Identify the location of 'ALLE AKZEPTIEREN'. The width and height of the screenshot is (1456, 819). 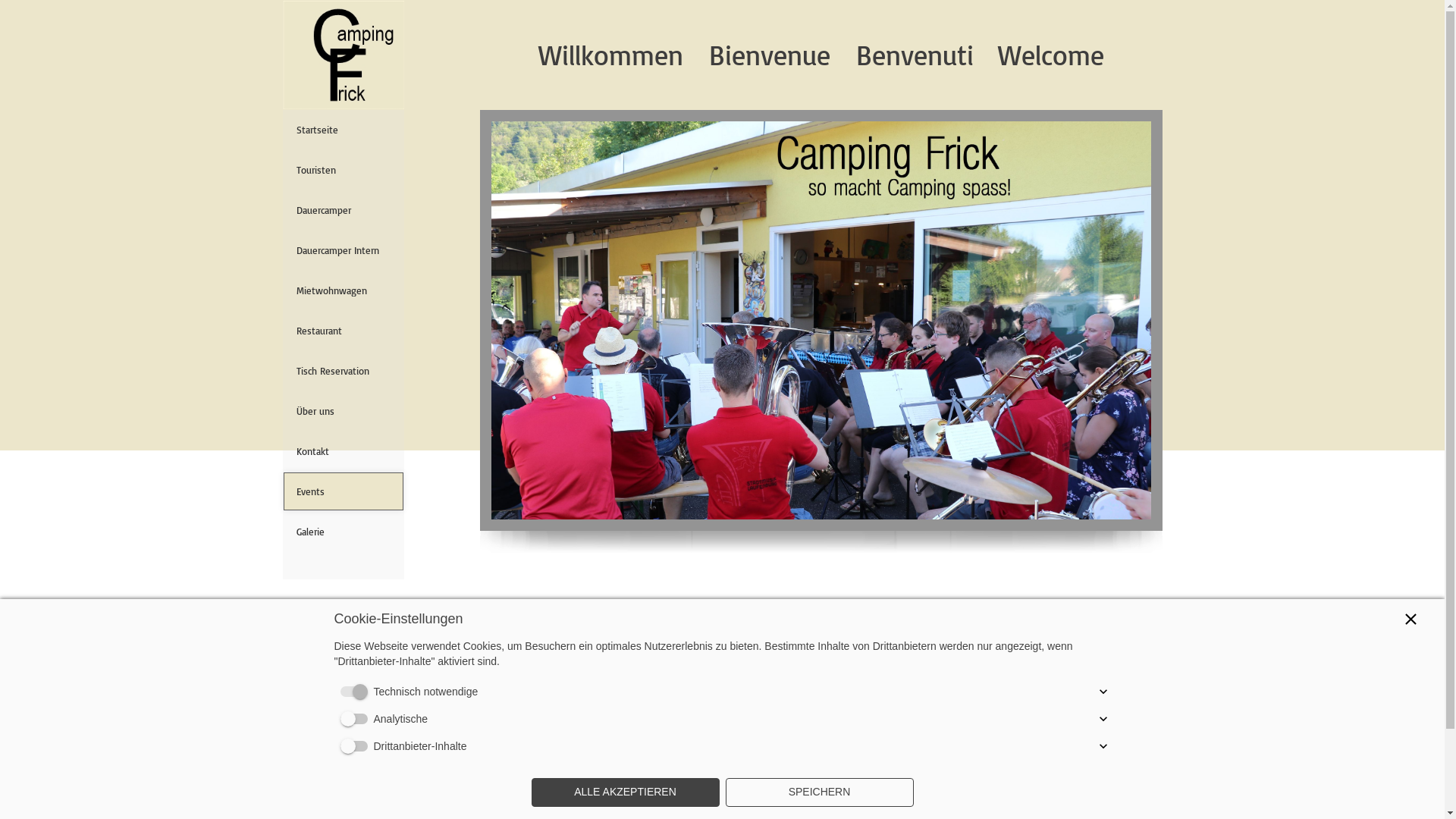
(625, 792).